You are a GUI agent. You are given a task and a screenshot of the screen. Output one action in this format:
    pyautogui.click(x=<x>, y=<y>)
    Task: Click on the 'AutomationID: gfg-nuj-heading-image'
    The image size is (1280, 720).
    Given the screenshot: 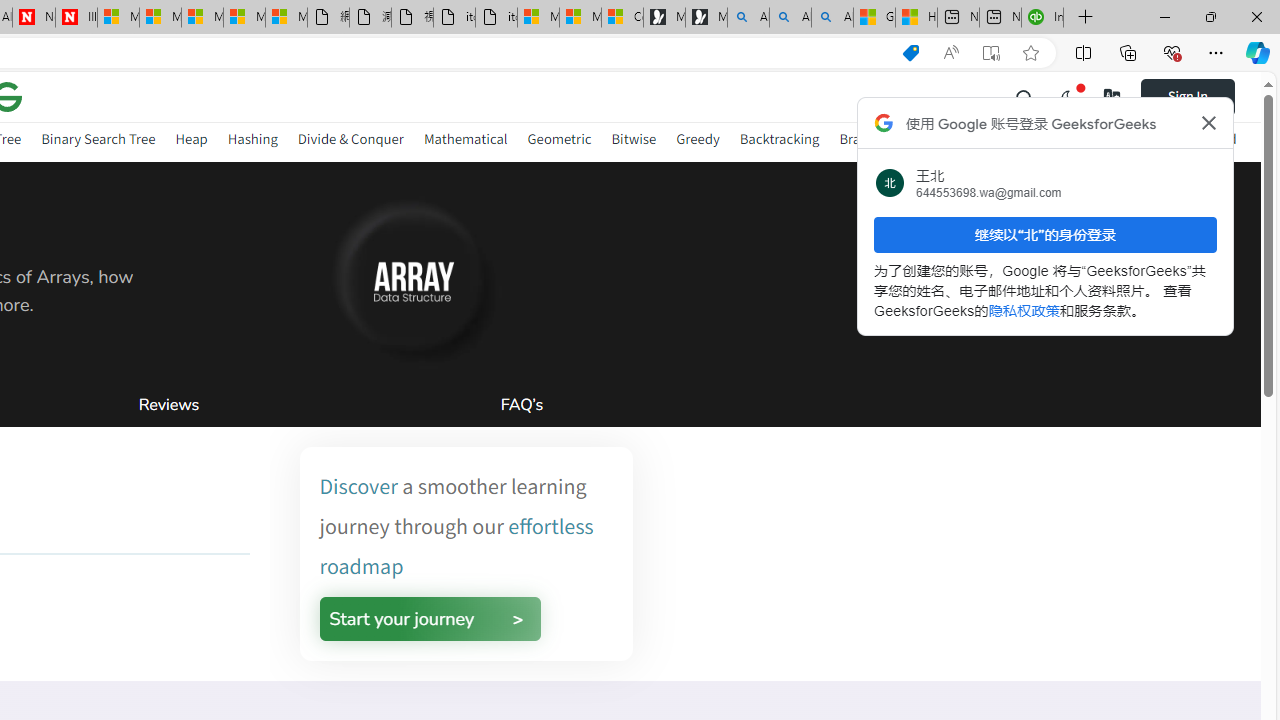 What is the action you would take?
    pyautogui.click(x=407, y=277)
    